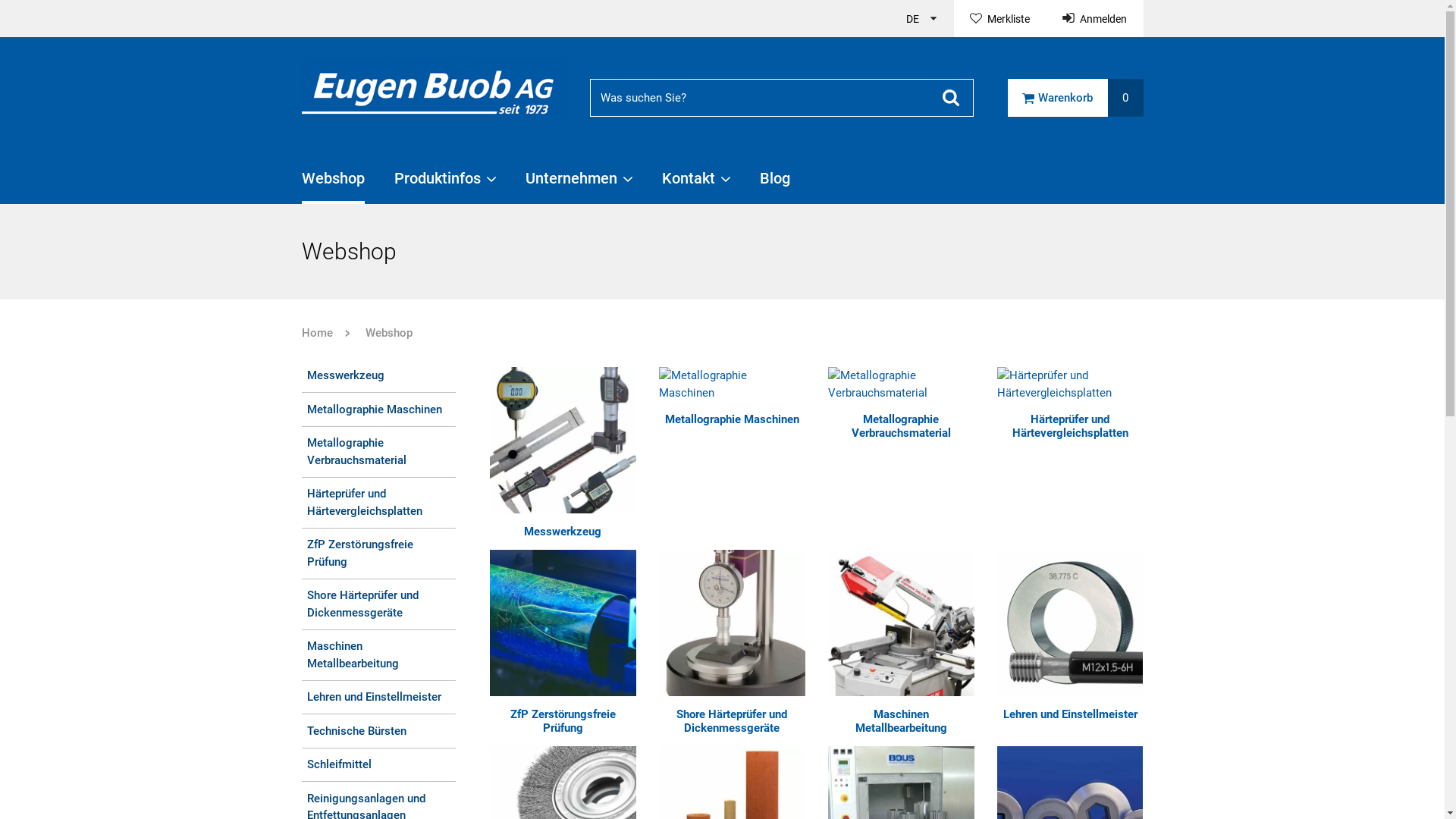 Image resolution: width=1456 pixels, height=819 pixels. What do you see at coordinates (1056, 97) in the screenshot?
I see `'Warenkorb'` at bounding box center [1056, 97].